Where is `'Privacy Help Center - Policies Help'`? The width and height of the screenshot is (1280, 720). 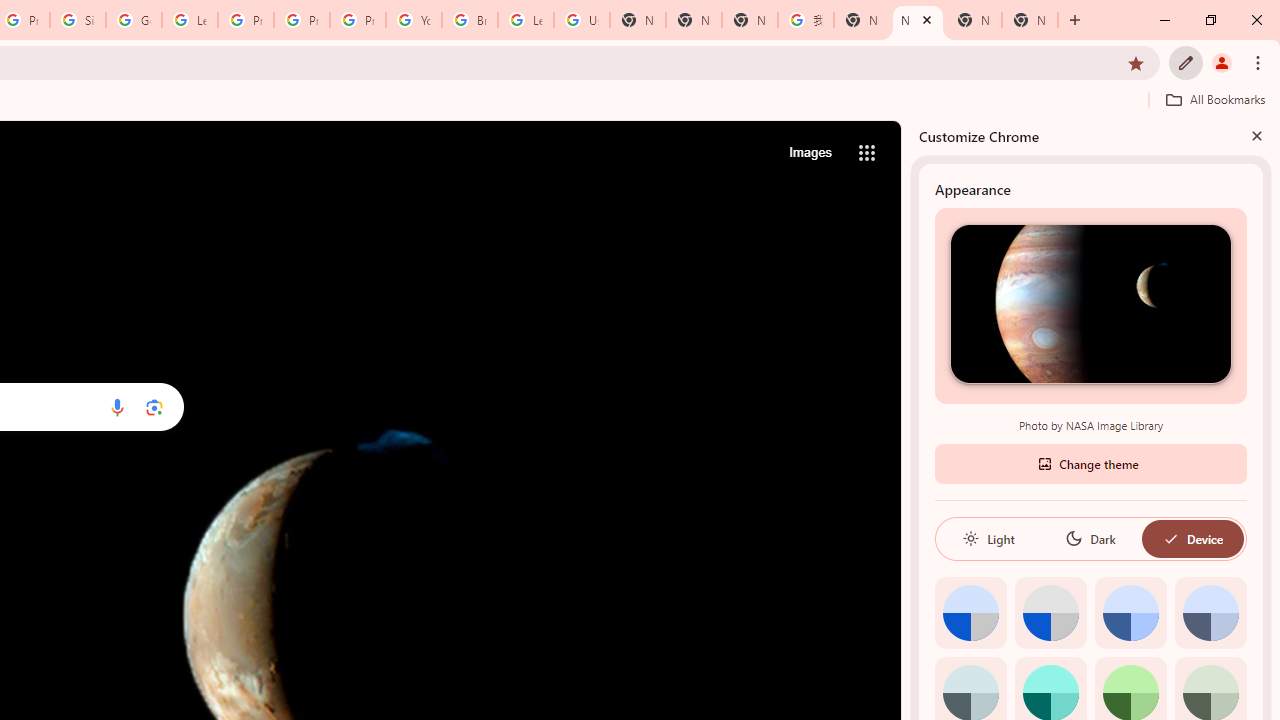
'Privacy Help Center - Policies Help' is located at coordinates (301, 20).